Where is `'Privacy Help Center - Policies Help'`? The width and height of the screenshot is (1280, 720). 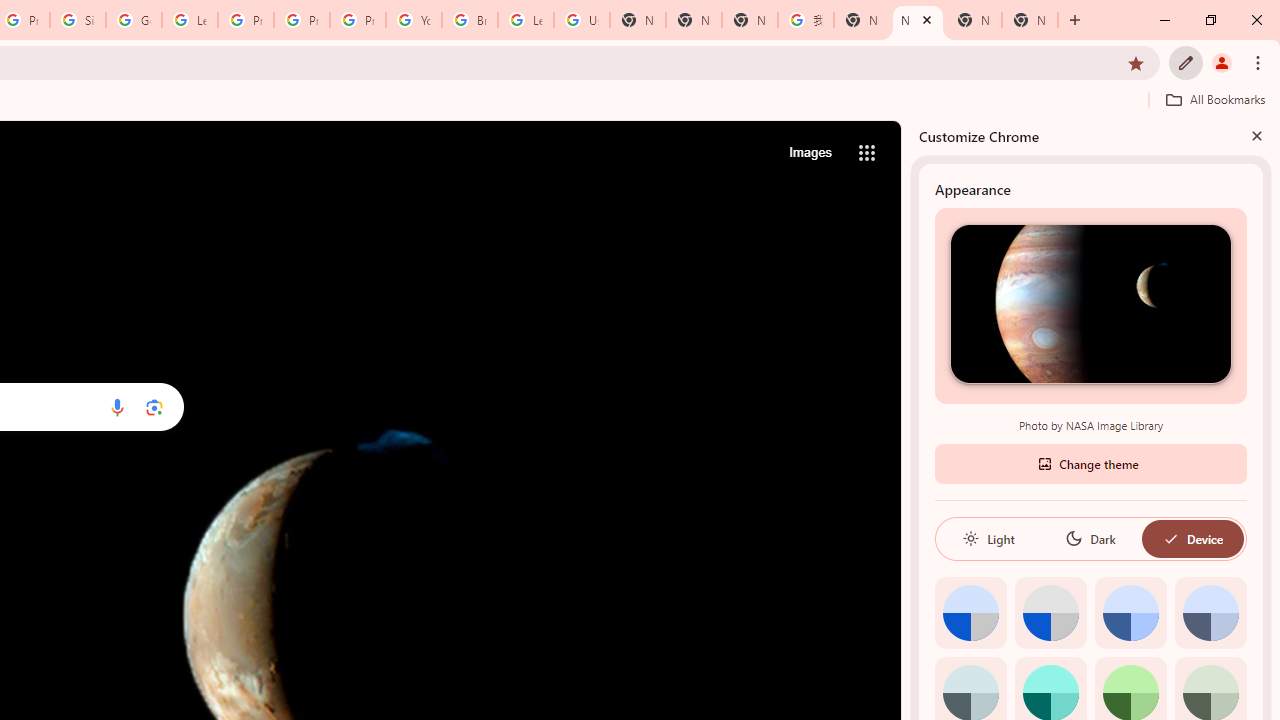
'Privacy Help Center - Policies Help' is located at coordinates (301, 20).